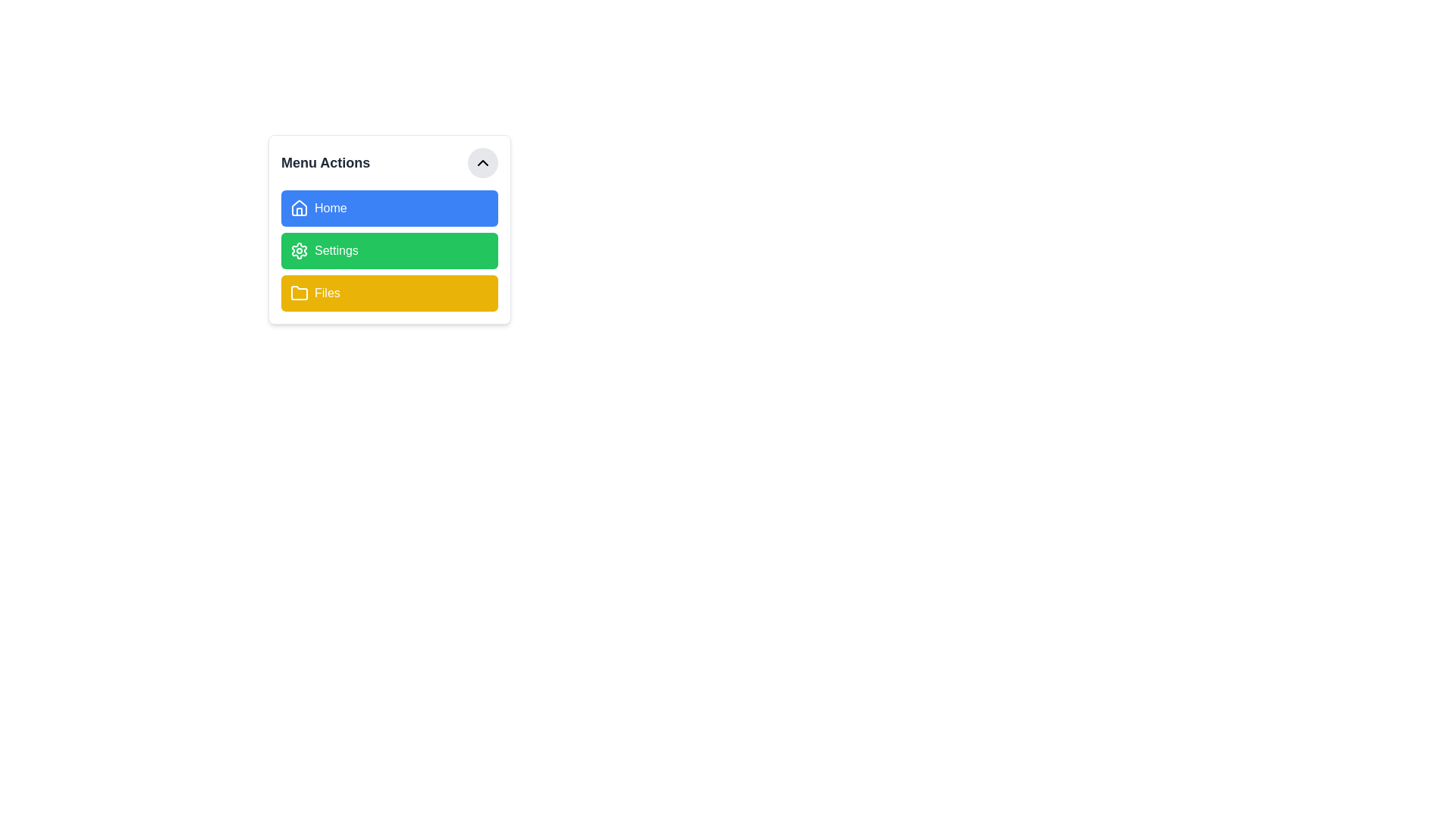 The width and height of the screenshot is (1456, 819). What do you see at coordinates (389, 250) in the screenshot?
I see `the settings button located in the middle of a vertical list of three buttons, positioned below the 'Home' button and above the 'Files' button, for keyboard navigation` at bounding box center [389, 250].